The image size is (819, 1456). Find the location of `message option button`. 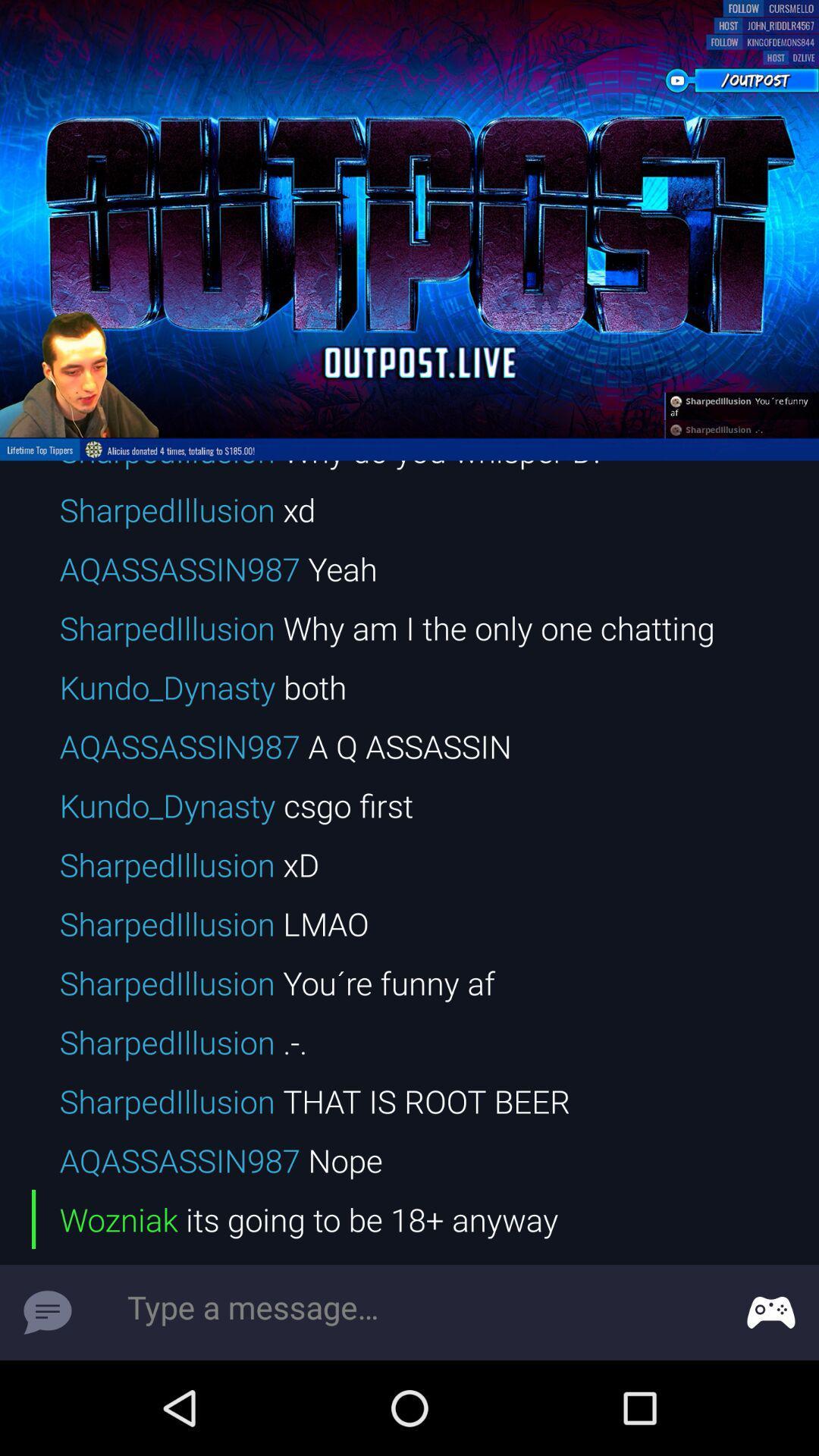

message option button is located at coordinates (771, 1312).